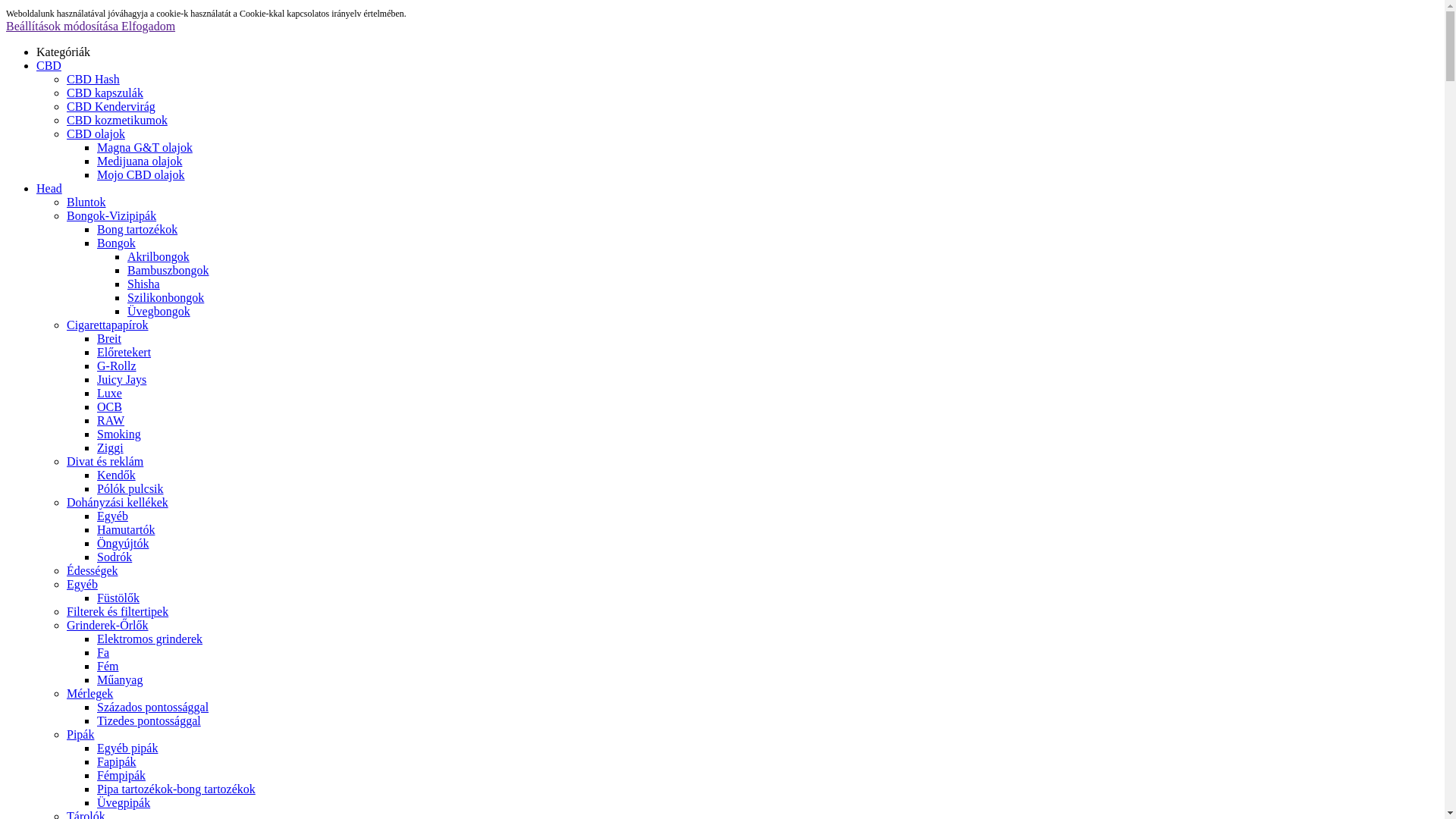  What do you see at coordinates (108, 406) in the screenshot?
I see `'OCB'` at bounding box center [108, 406].